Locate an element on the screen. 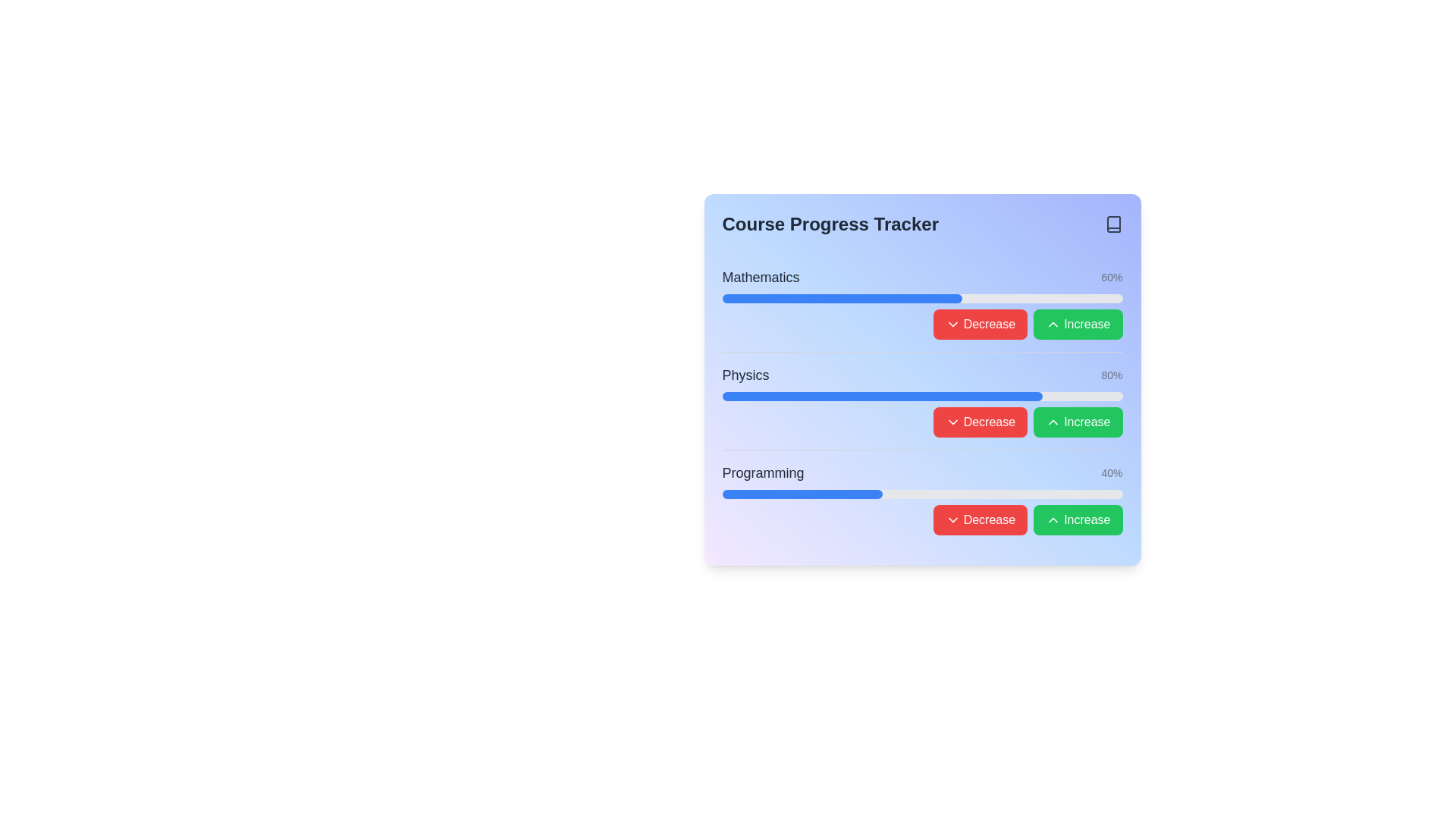 This screenshot has height=819, width=1456. the small book icon with a dark gray outline located at the top-right of the 'Course Progress Tracker' title text is located at coordinates (1113, 224).